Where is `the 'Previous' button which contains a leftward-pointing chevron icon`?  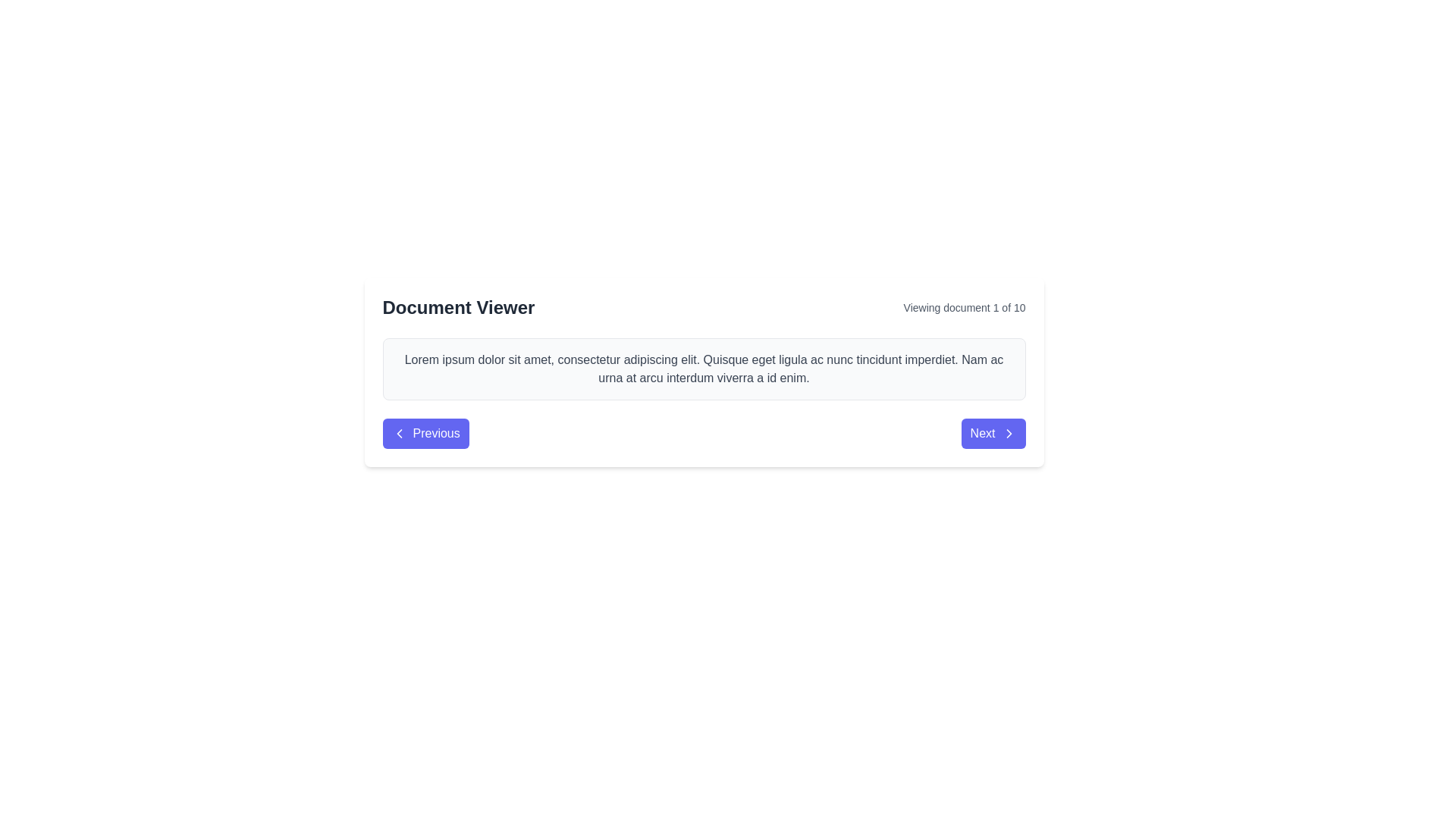
the 'Previous' button which contains a leftward-pointing chevron icon is located at coordinates (399, 433).